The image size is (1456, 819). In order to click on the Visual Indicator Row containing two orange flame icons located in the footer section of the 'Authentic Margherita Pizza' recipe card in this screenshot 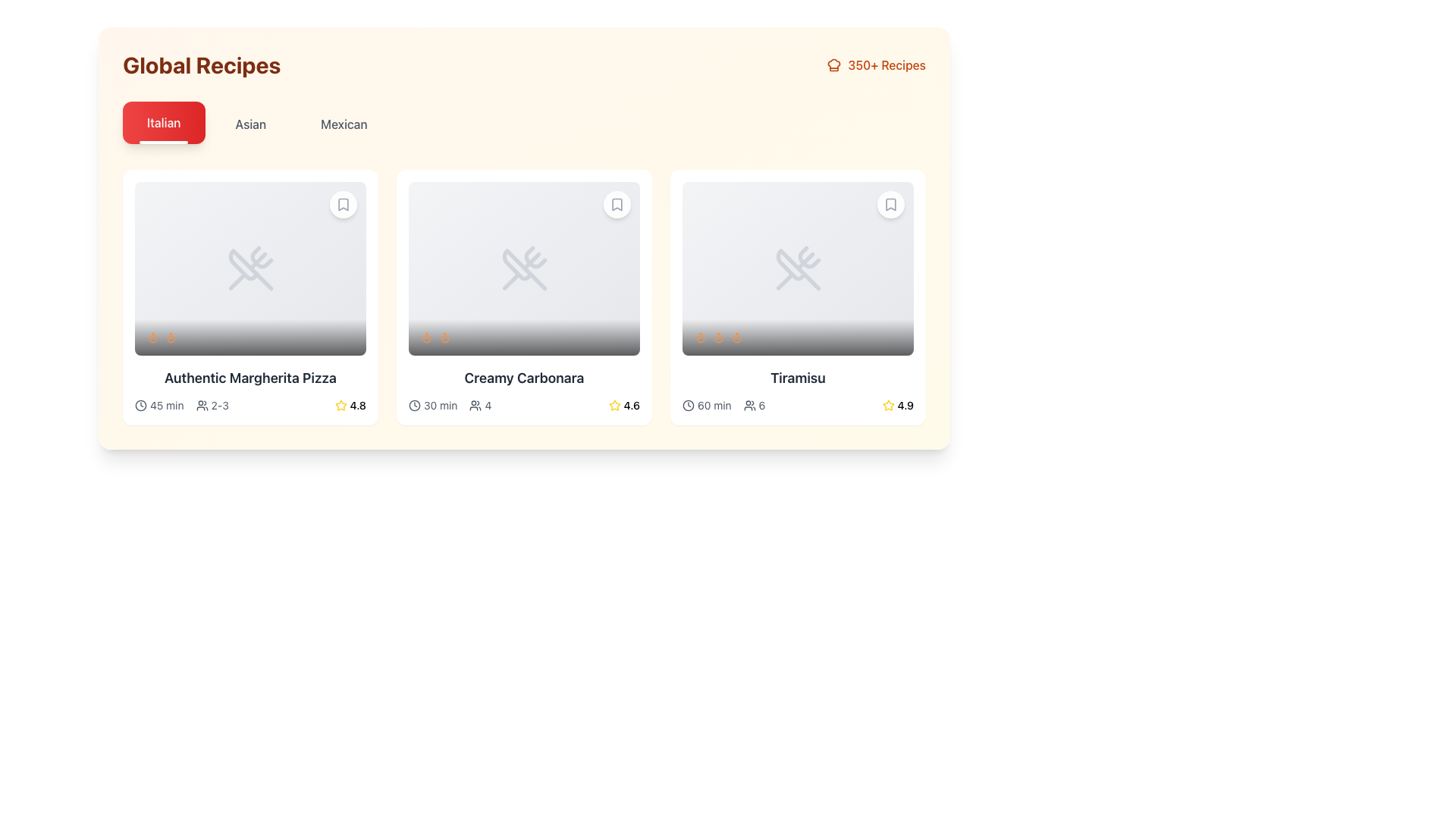, I will do `click(250, 336)`.